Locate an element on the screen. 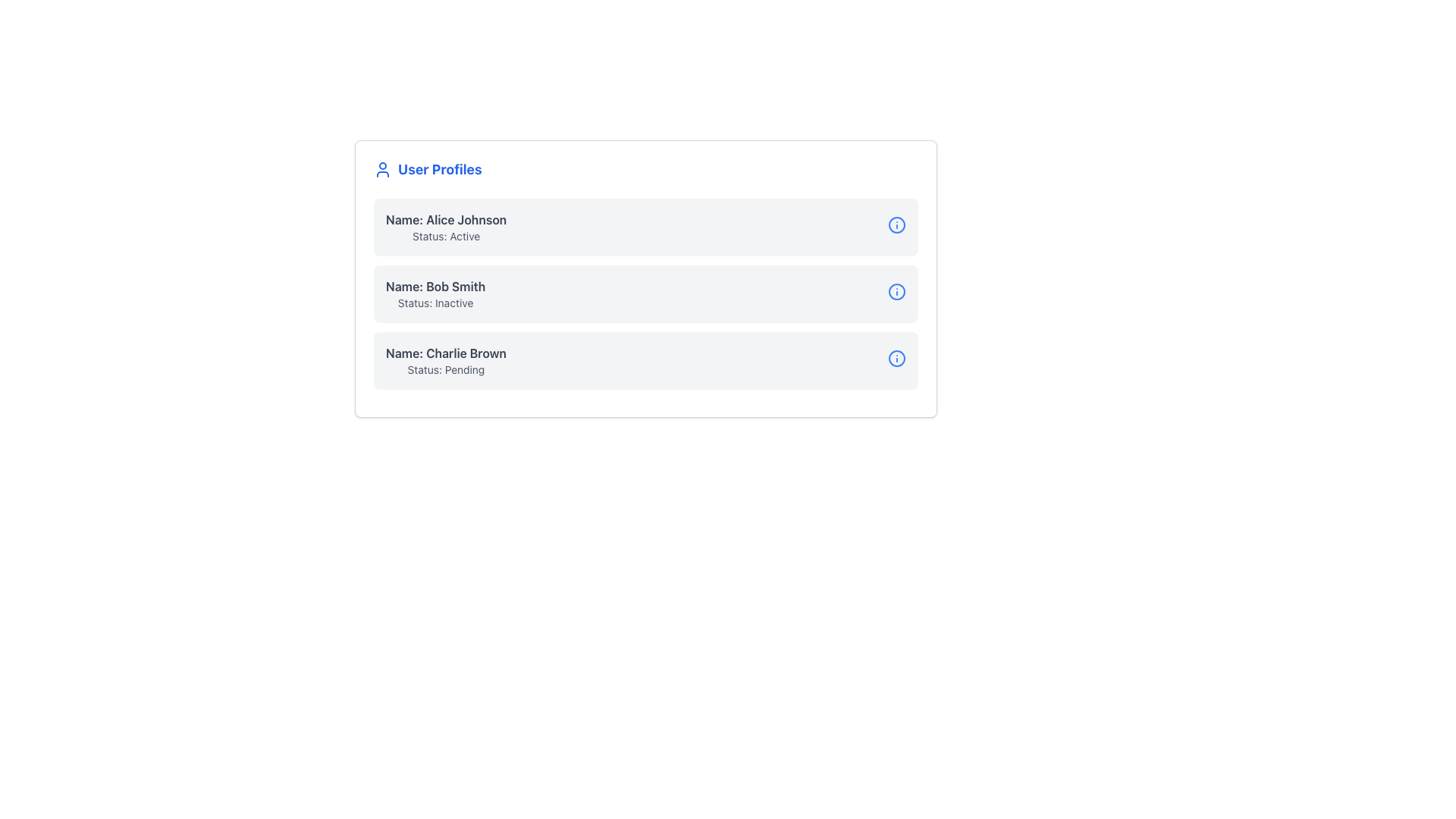 The height and width of the screenshot is (819, 1456). the label displaying 'Status: Pending', which is positioned below the 'Name: Charlie Brown' text in the 'User Profiles' section is located at coordinates (445, 370).